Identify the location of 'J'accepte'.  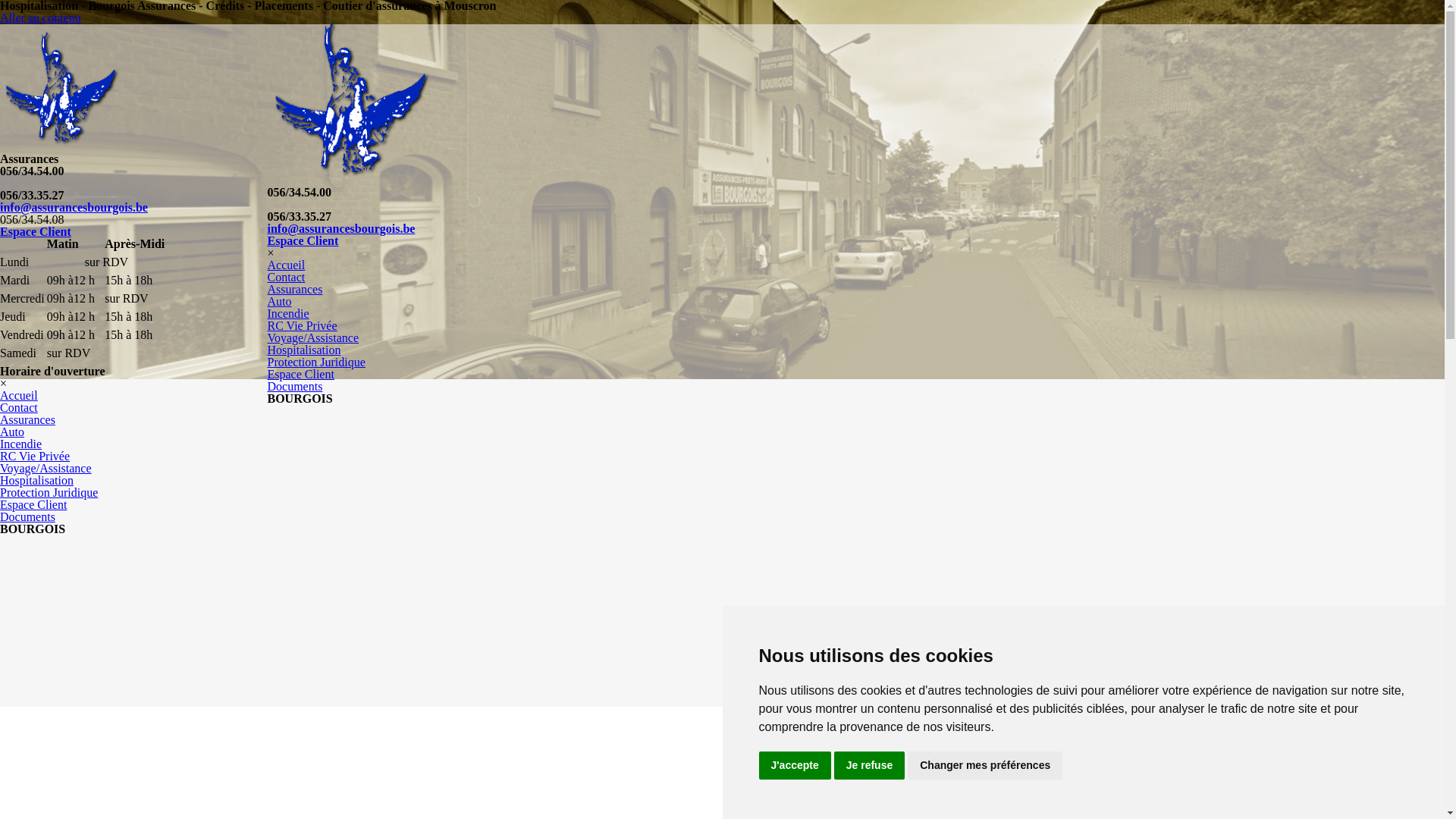
(793, 765).